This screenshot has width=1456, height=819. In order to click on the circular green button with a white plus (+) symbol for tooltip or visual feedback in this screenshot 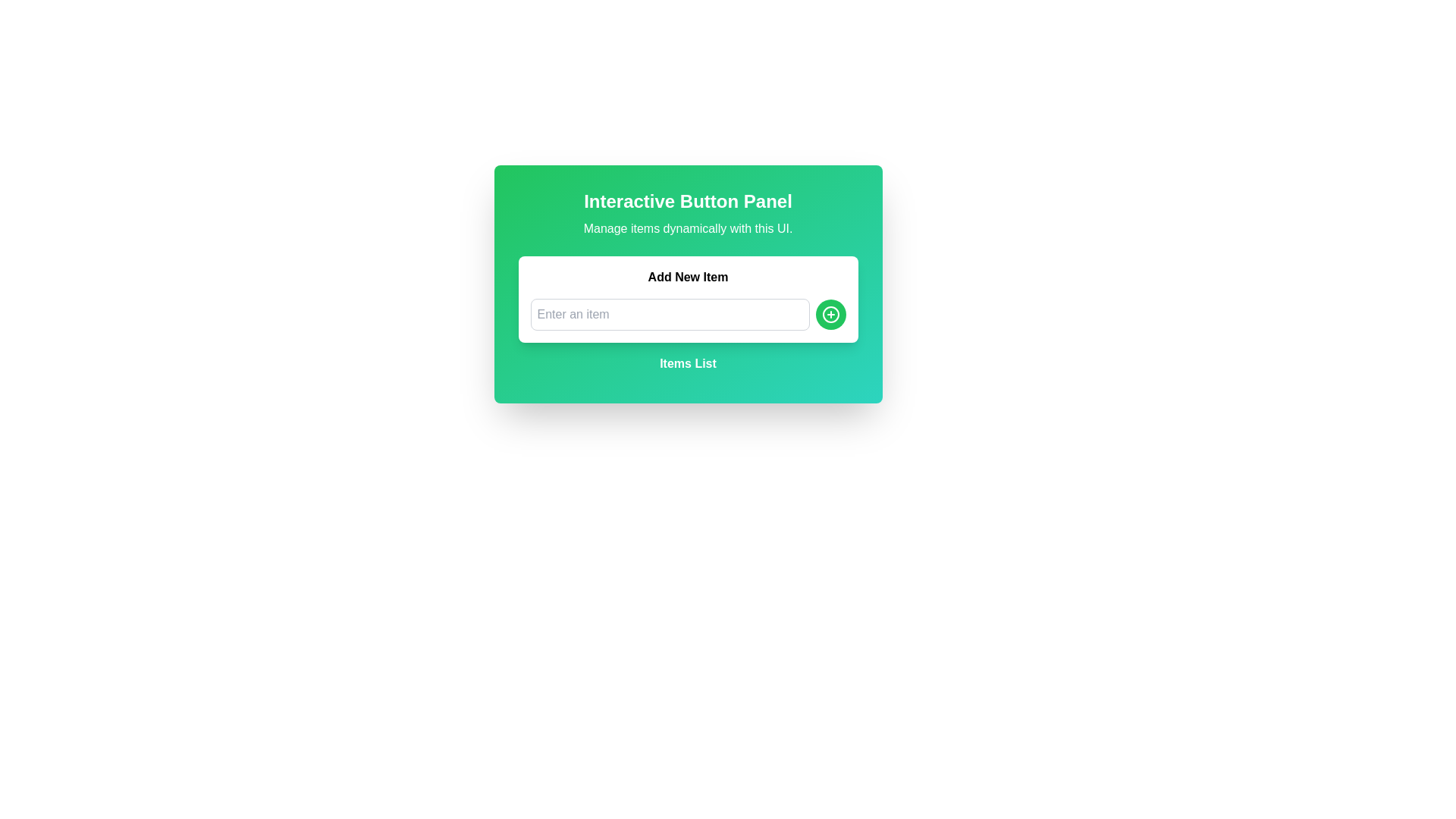, I will do `click(830, 314)`.